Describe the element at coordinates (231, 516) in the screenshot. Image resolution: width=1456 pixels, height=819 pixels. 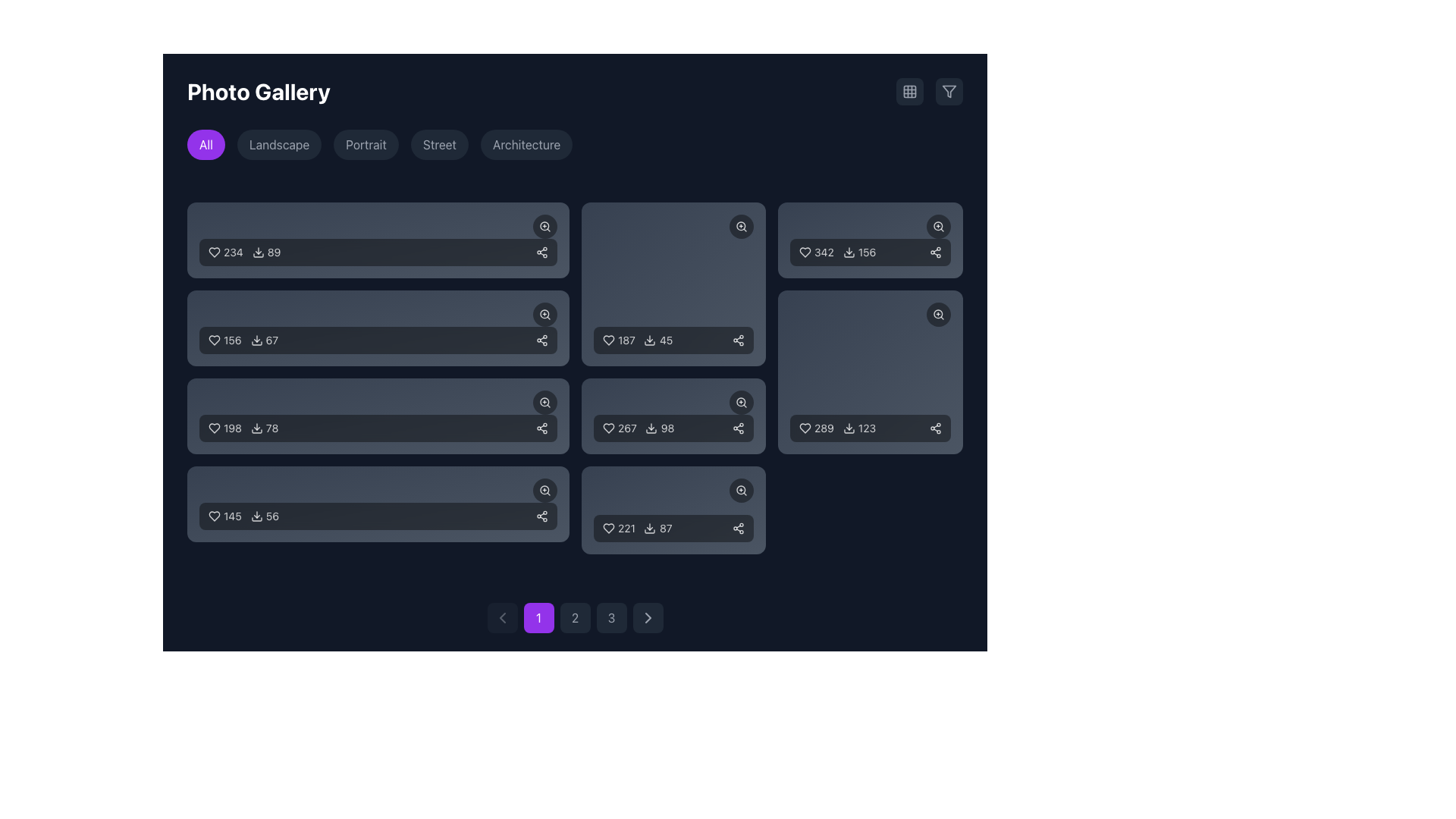
I see `the text element displaying a numerical value located in the bottommost card of the leftmost column, next to a heart icon and indicating the number 56` at that location.